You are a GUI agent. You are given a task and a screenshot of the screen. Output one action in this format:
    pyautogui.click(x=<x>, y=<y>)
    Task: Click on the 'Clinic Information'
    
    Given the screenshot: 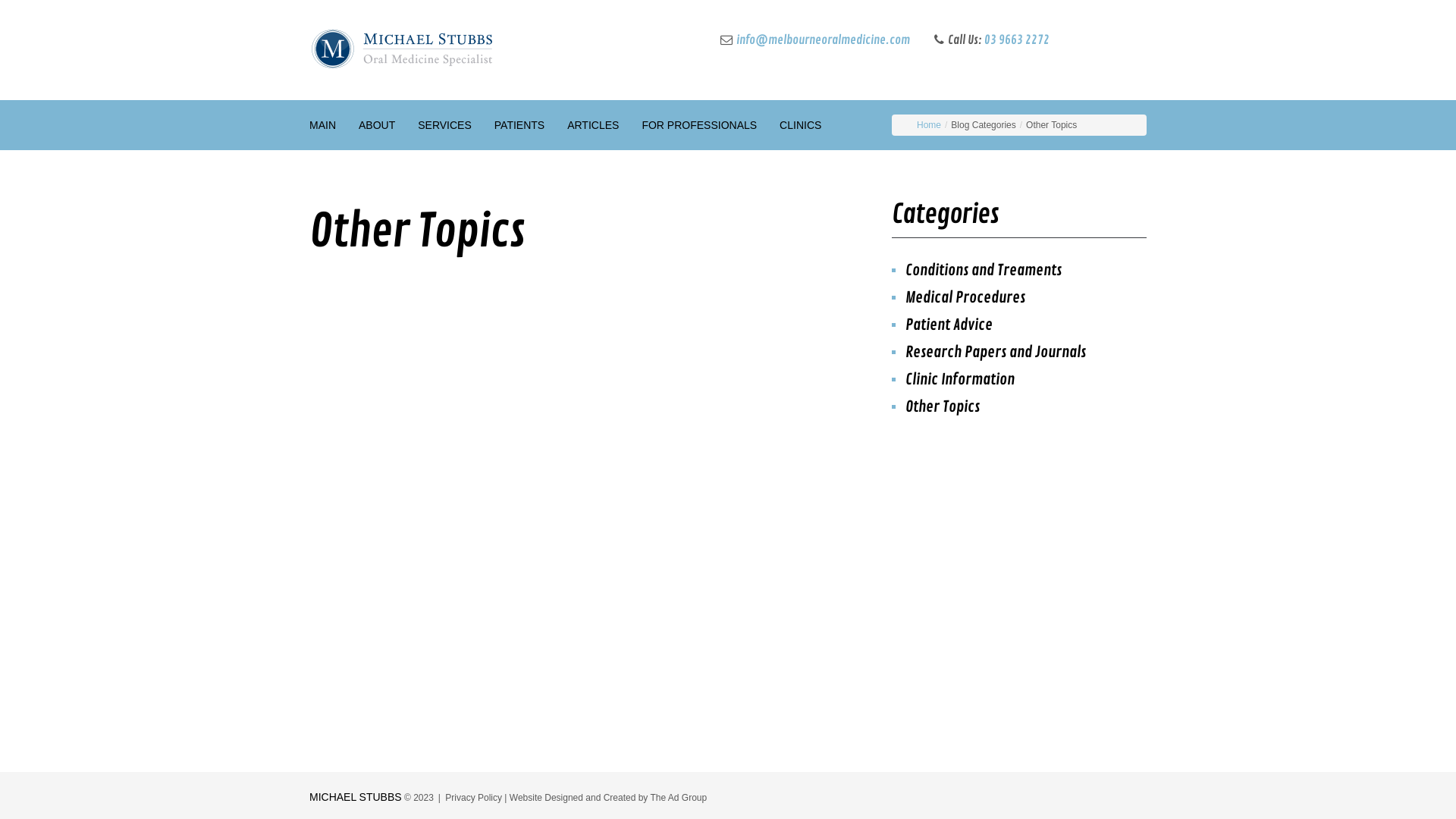 What is the action you would take?
    pyautogui.click(x=905, y=378)
    